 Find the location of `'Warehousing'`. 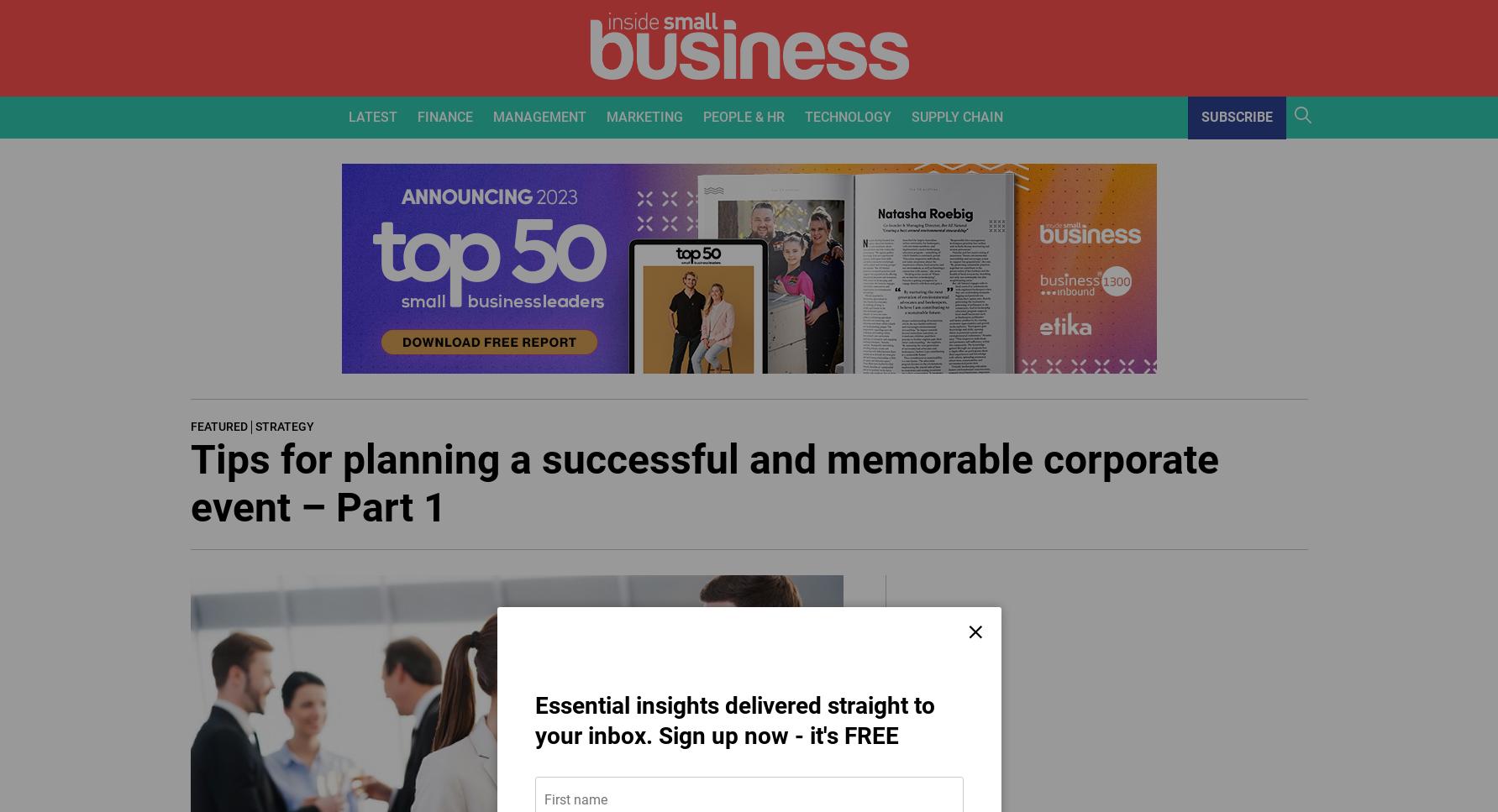

'Warehousing' is located at coordinates (1086, 203).